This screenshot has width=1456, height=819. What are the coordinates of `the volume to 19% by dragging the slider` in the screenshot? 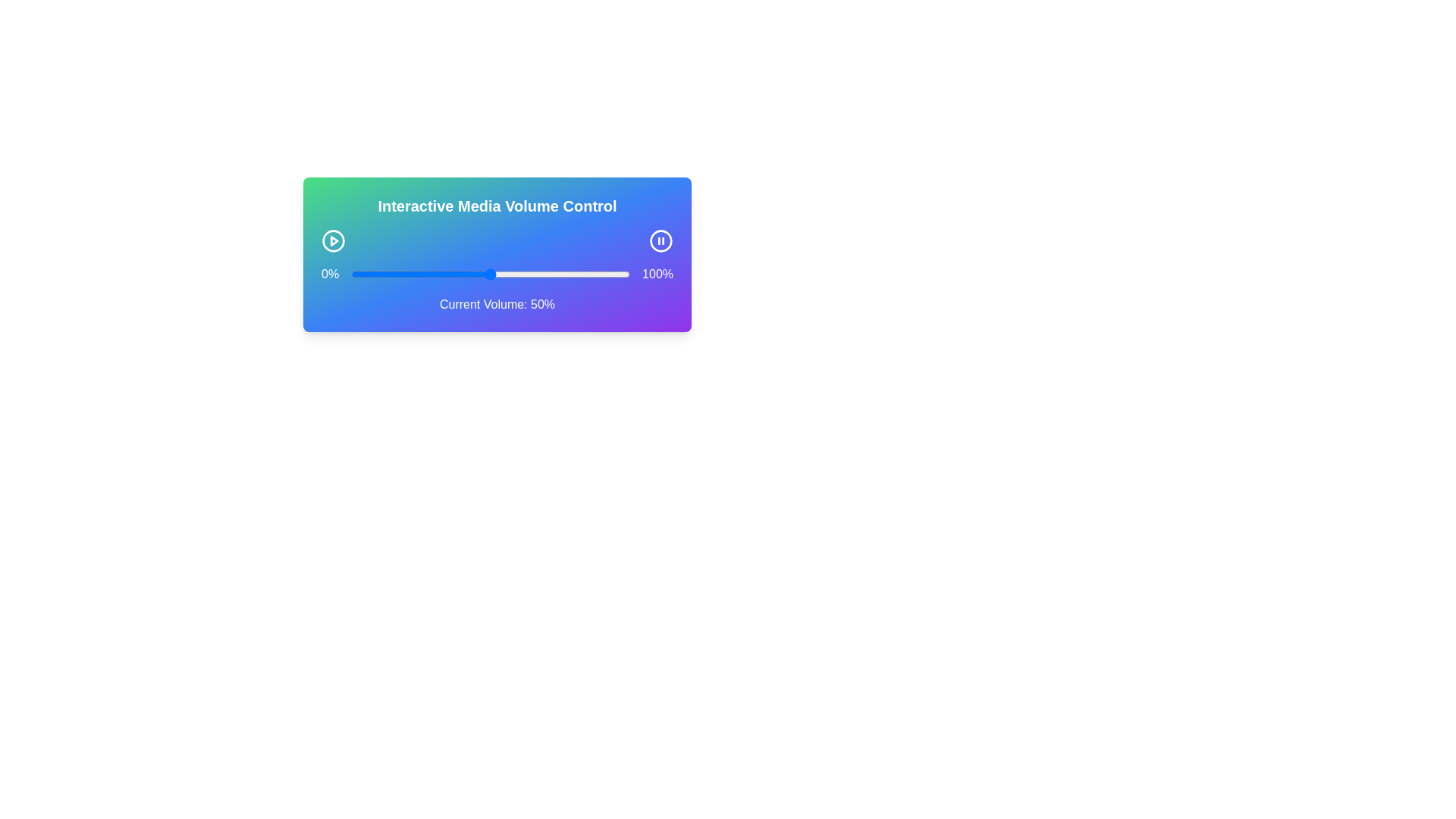 It's located at (403, 275).